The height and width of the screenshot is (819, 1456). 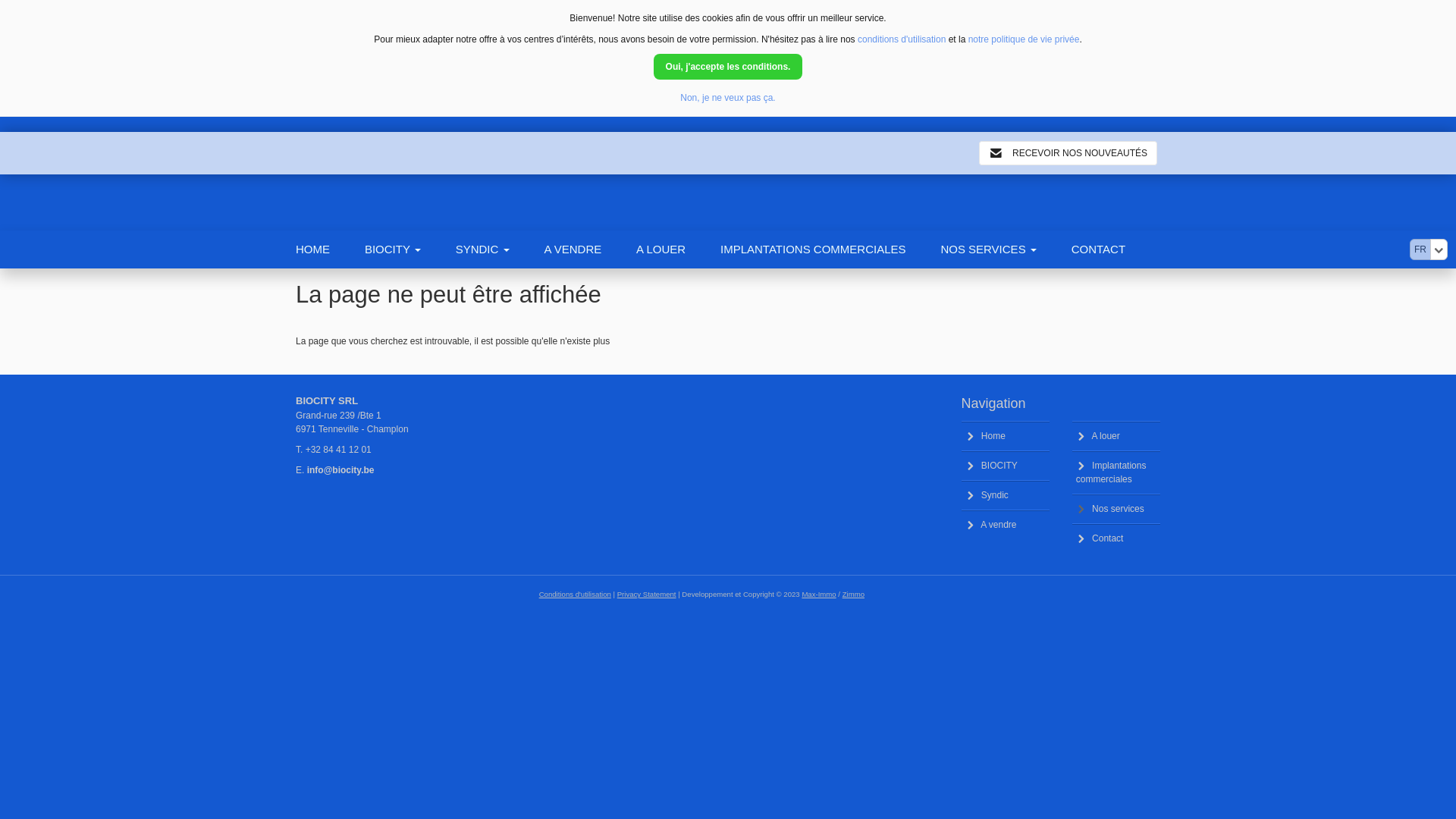 I want to click on 'NOS SERVICES', so click(x=1005, y=248).